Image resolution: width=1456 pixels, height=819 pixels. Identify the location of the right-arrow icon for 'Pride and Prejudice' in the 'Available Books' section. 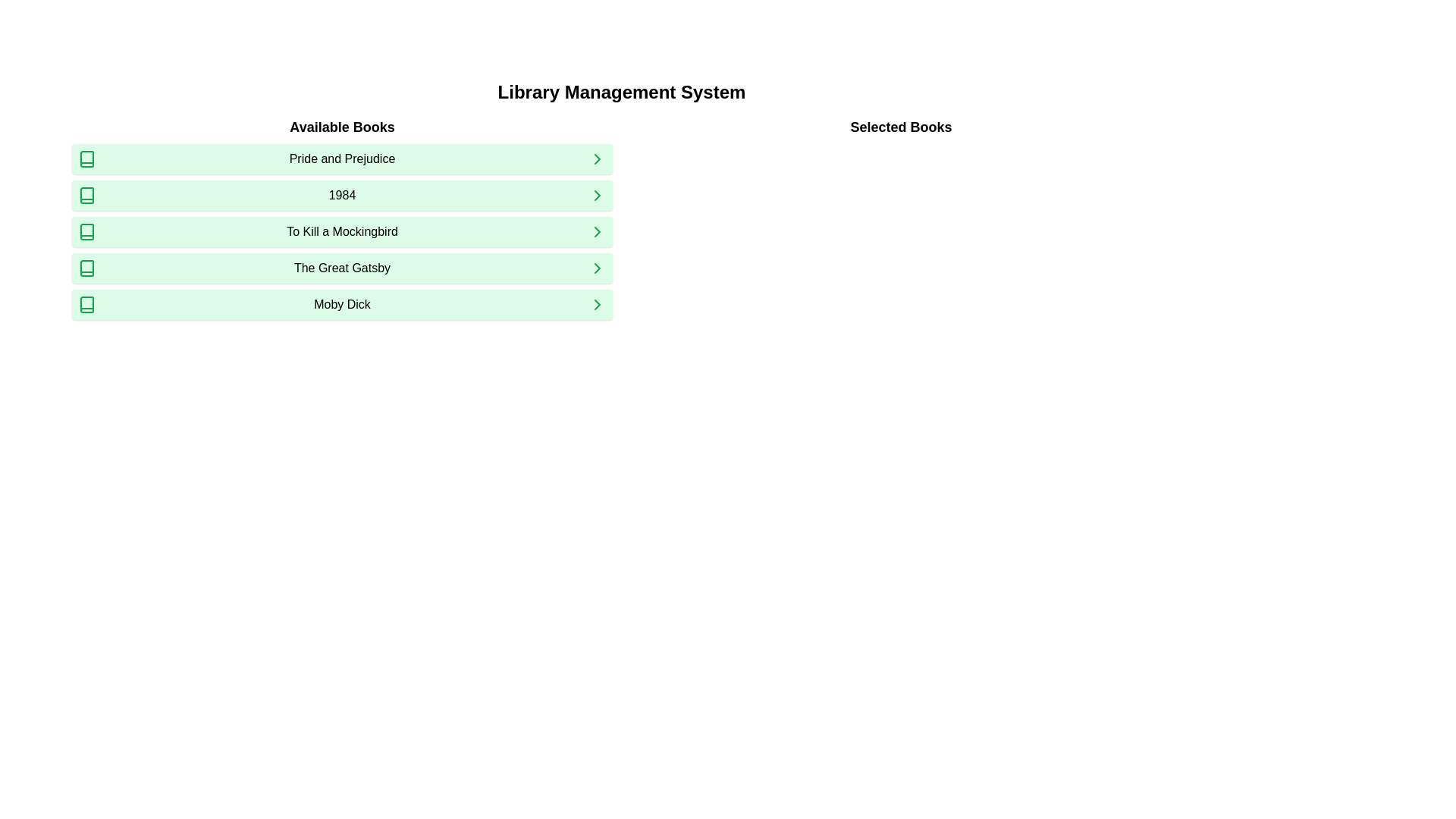
(596, 158).